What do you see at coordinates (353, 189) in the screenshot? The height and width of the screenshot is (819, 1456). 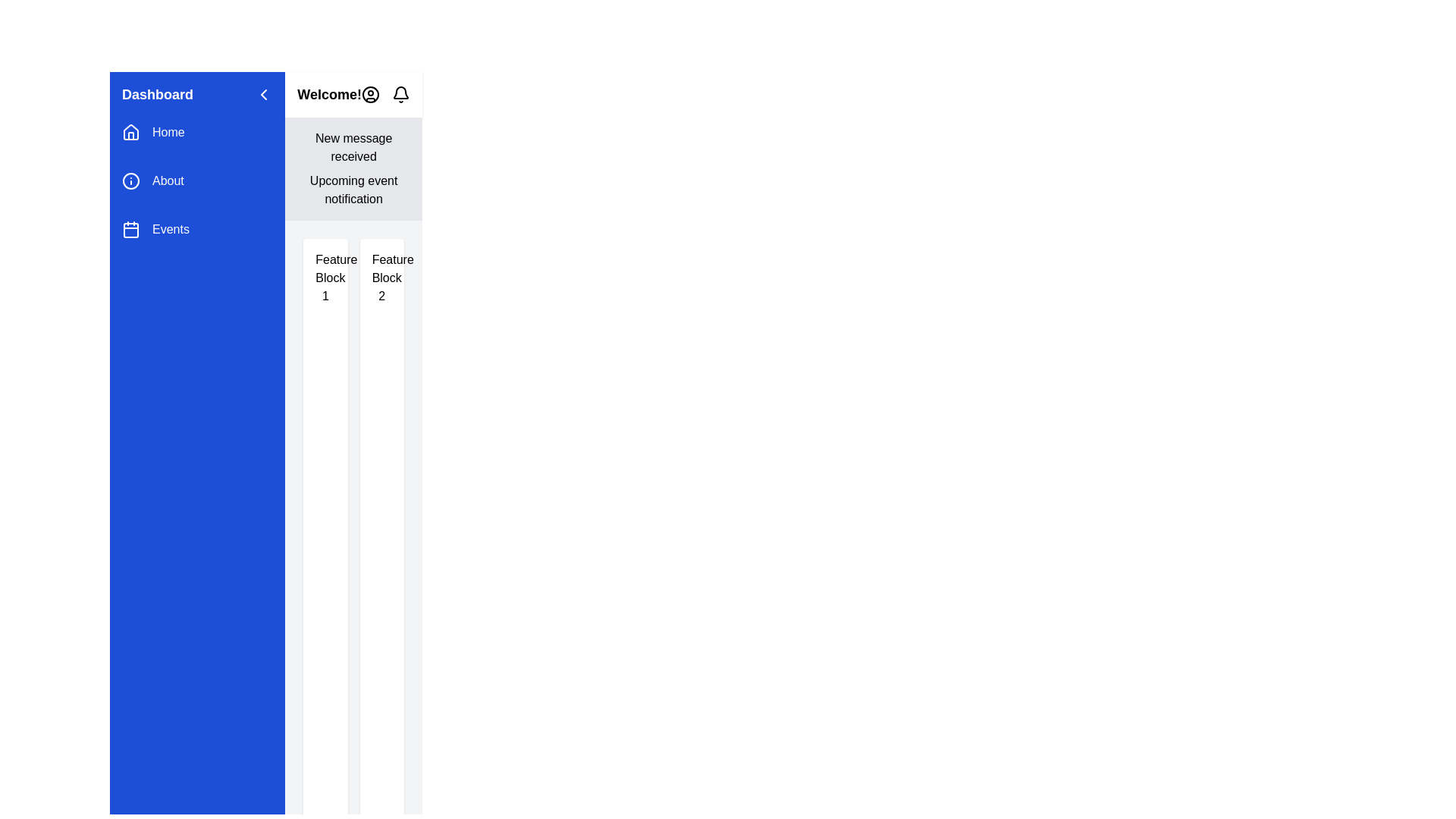 I see `the static text label that reads 'Upcoming event notification', which is located underneath 'New message received' in the right-hand content section` at bounding box center [353, 189].